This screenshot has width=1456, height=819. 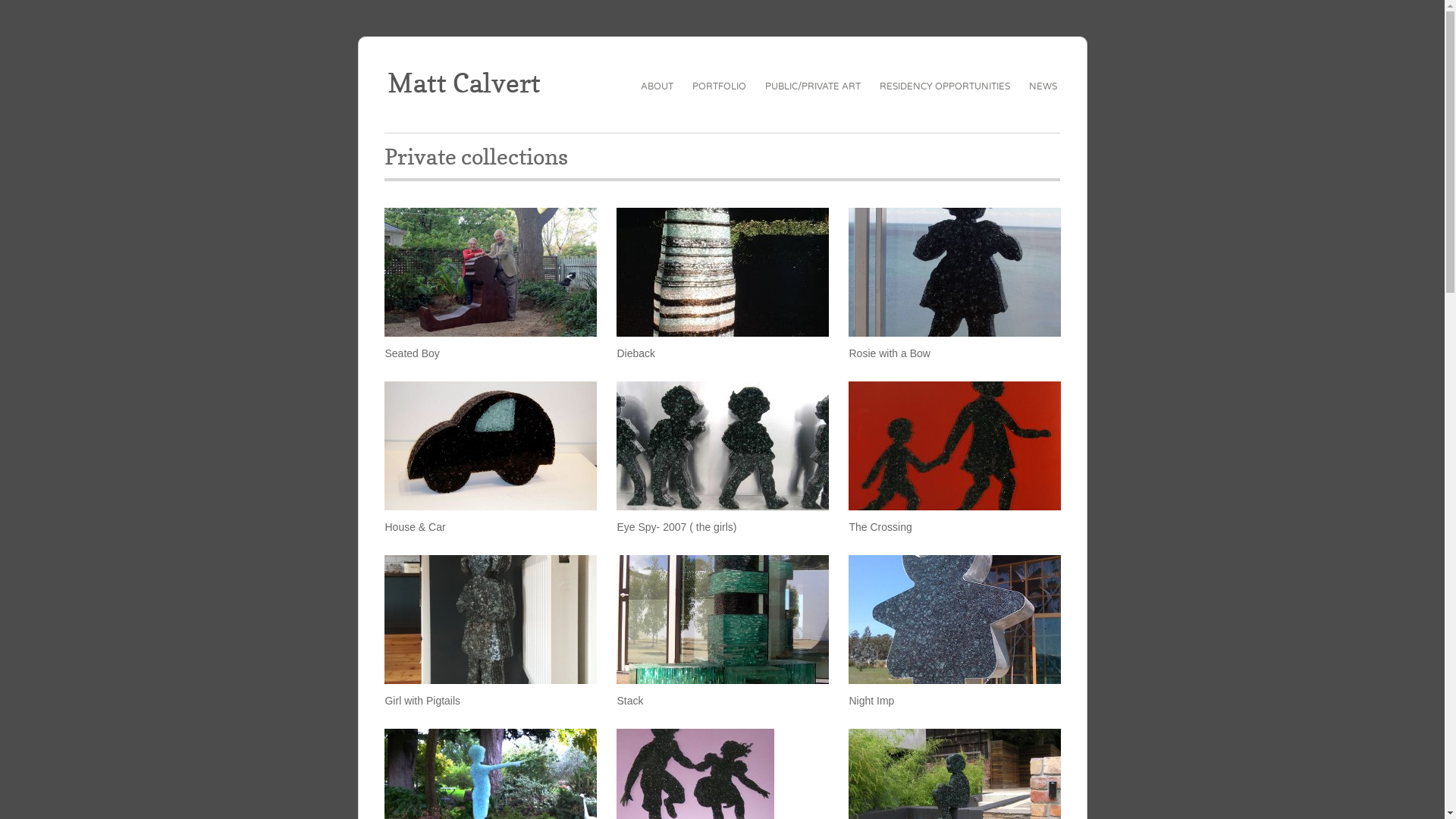 What do you see at coordinates (463, 82) in the screenshot?
I see `'Matt Calvert'` at bounding box center [463, 82].